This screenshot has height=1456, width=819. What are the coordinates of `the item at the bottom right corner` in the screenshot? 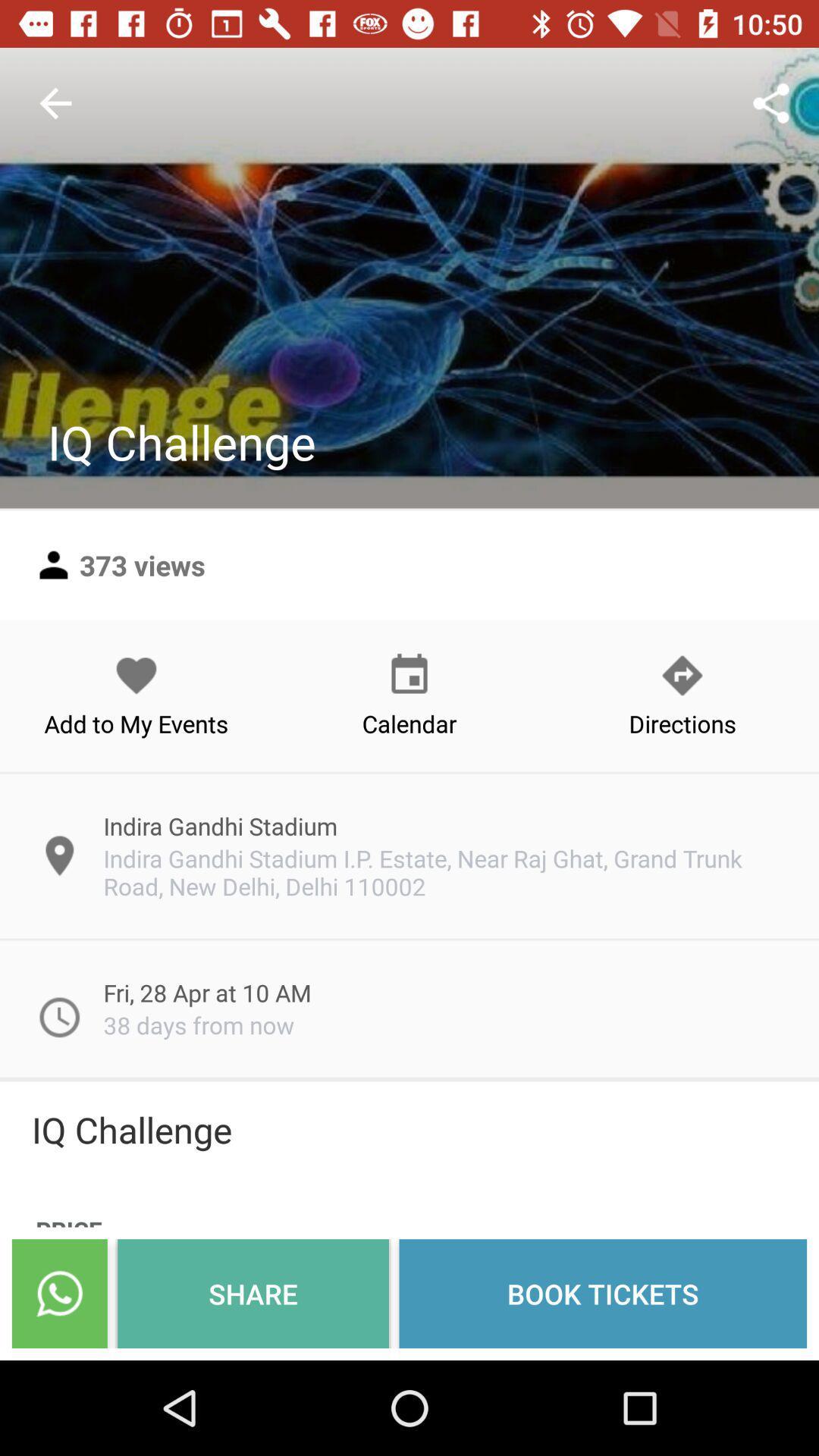 It's located at (602, 1293).